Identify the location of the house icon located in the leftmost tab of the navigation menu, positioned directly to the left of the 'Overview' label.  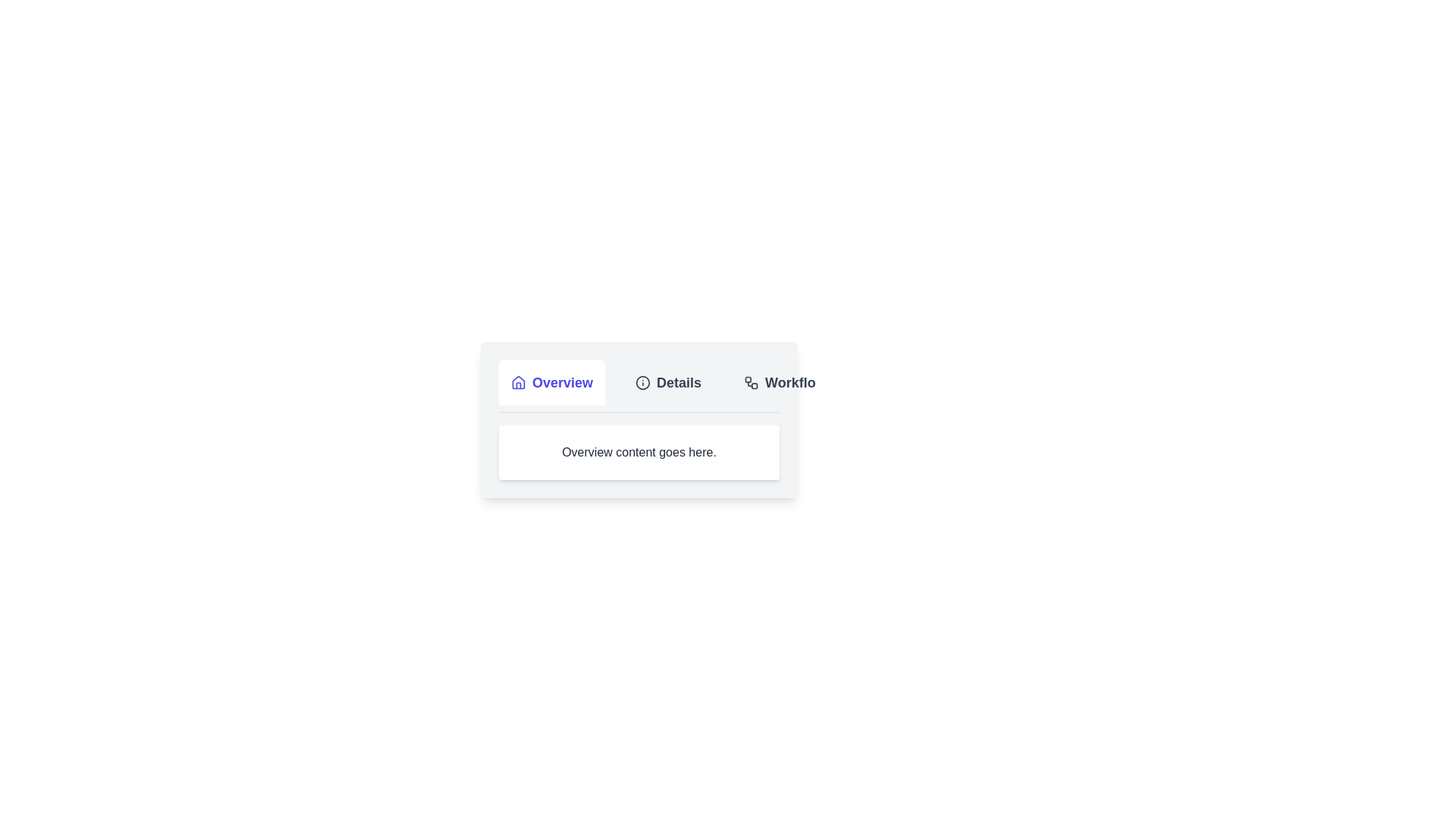
(519, 381).